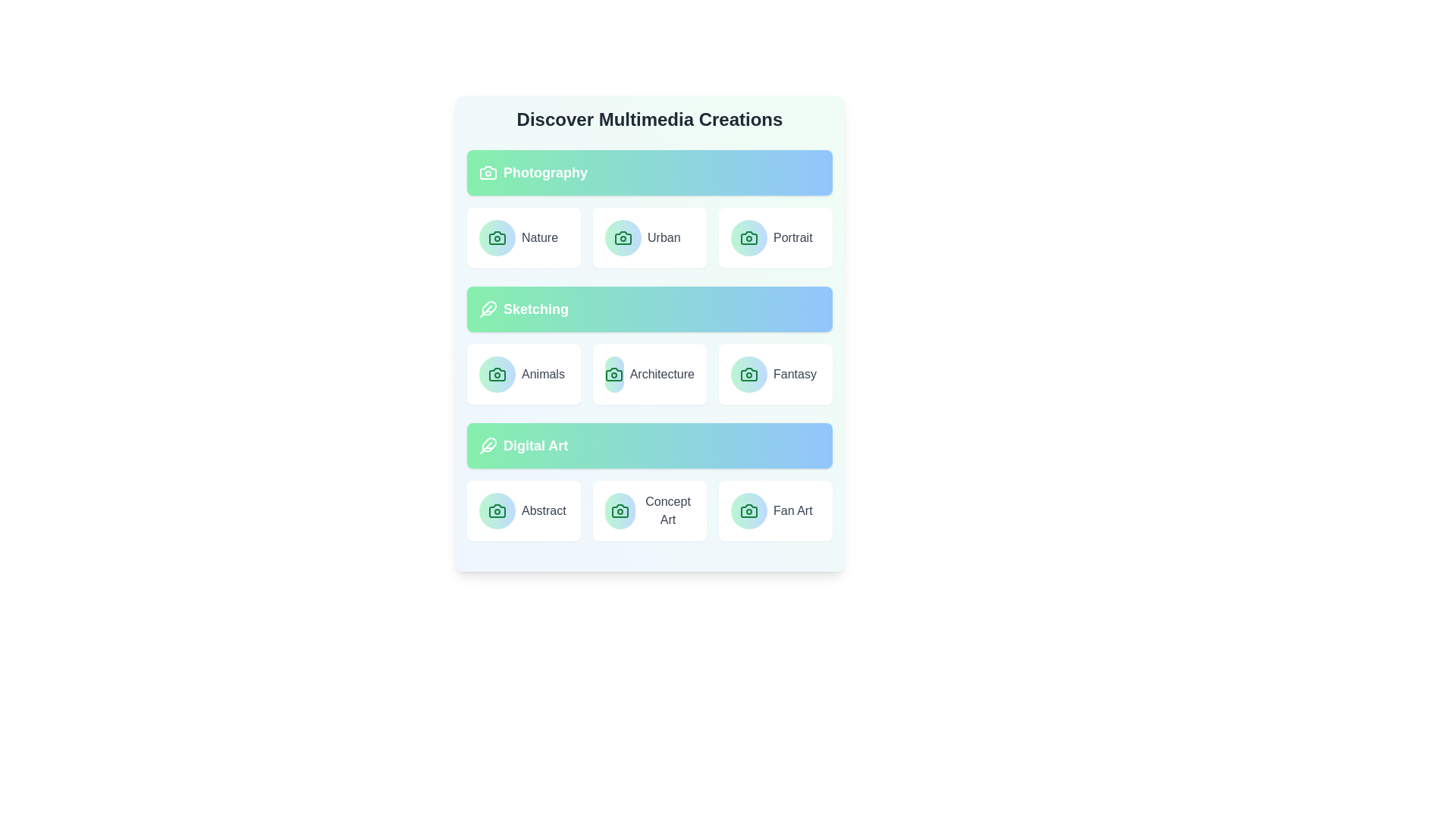  I want to click on the icon associated with the Urban category, so click(623, 237).